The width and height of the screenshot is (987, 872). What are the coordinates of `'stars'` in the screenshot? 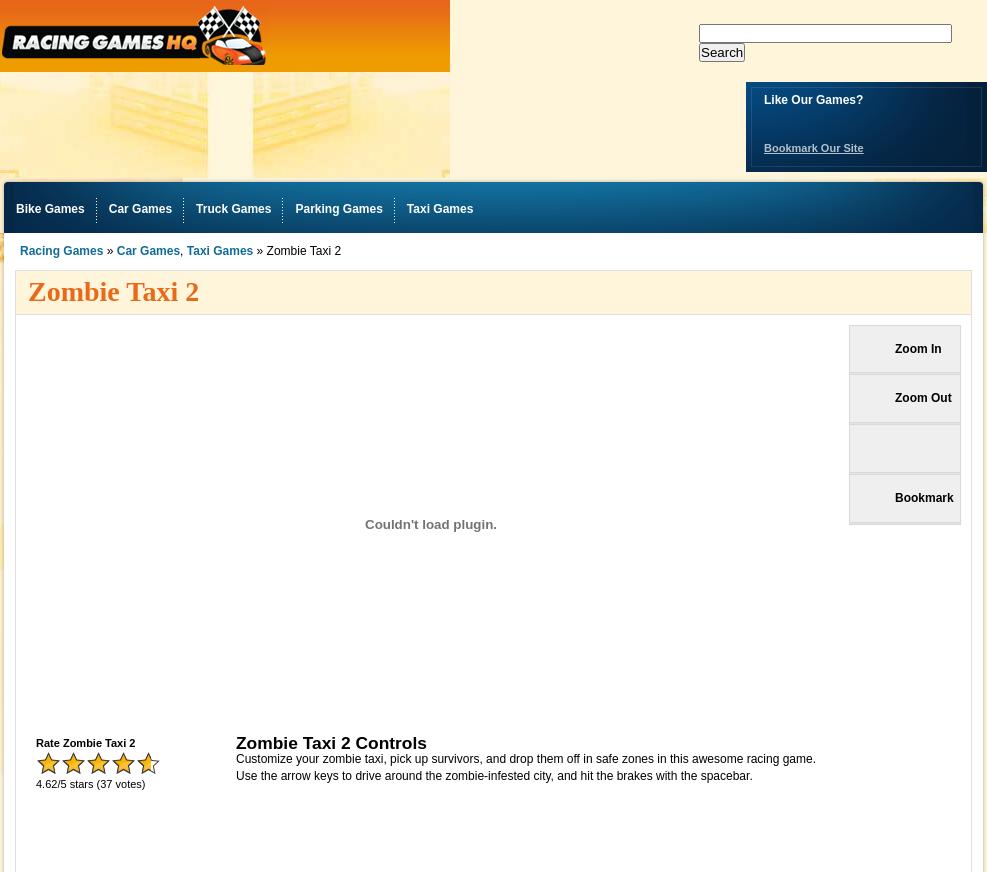 It's located at (81, 784).